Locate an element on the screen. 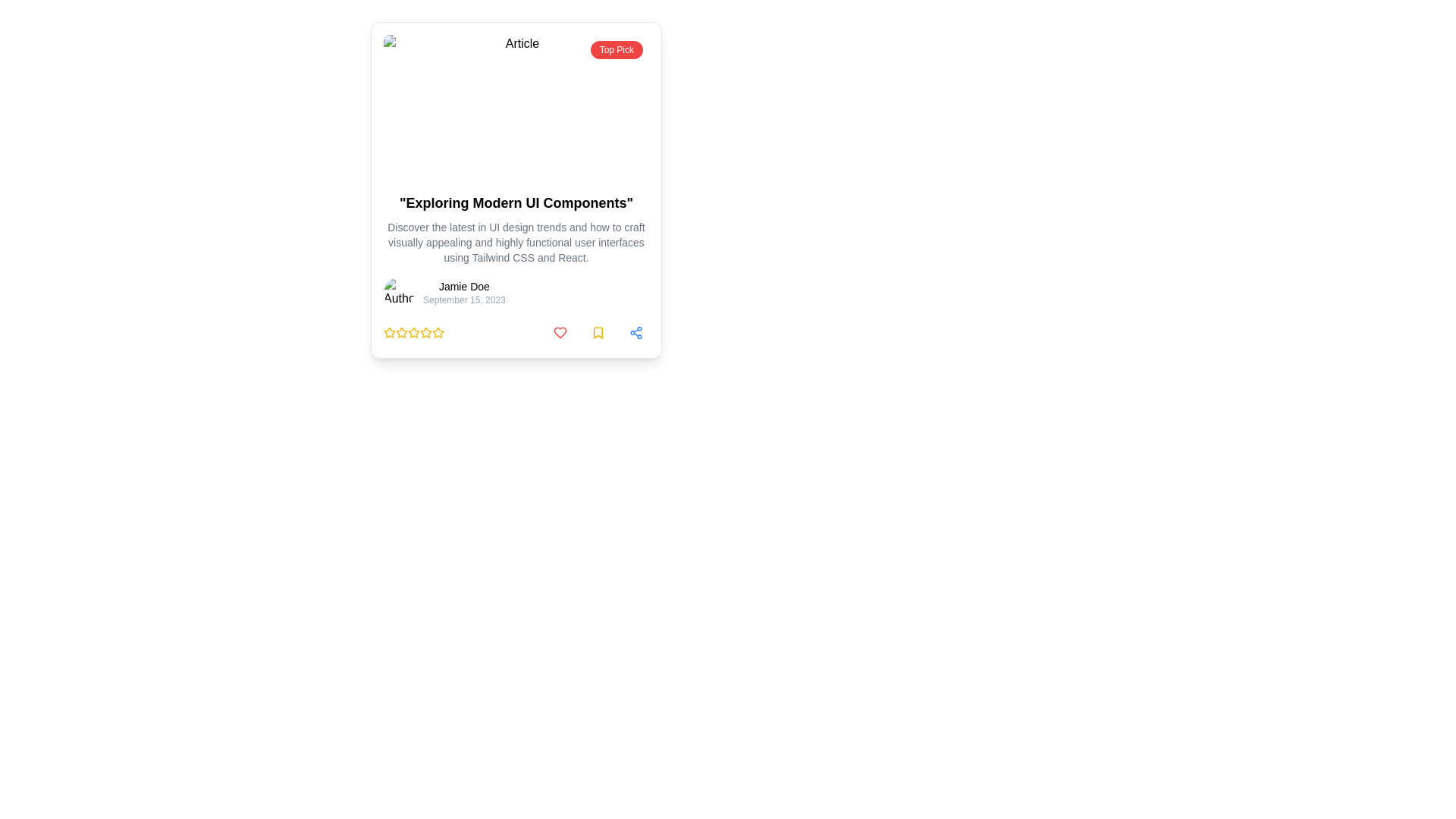 This screenshot has width=1456, height=819. the blue icon with three interconnected circular nodes located at the bottom-right corner of the card to share is located at coordinates (636, 332).